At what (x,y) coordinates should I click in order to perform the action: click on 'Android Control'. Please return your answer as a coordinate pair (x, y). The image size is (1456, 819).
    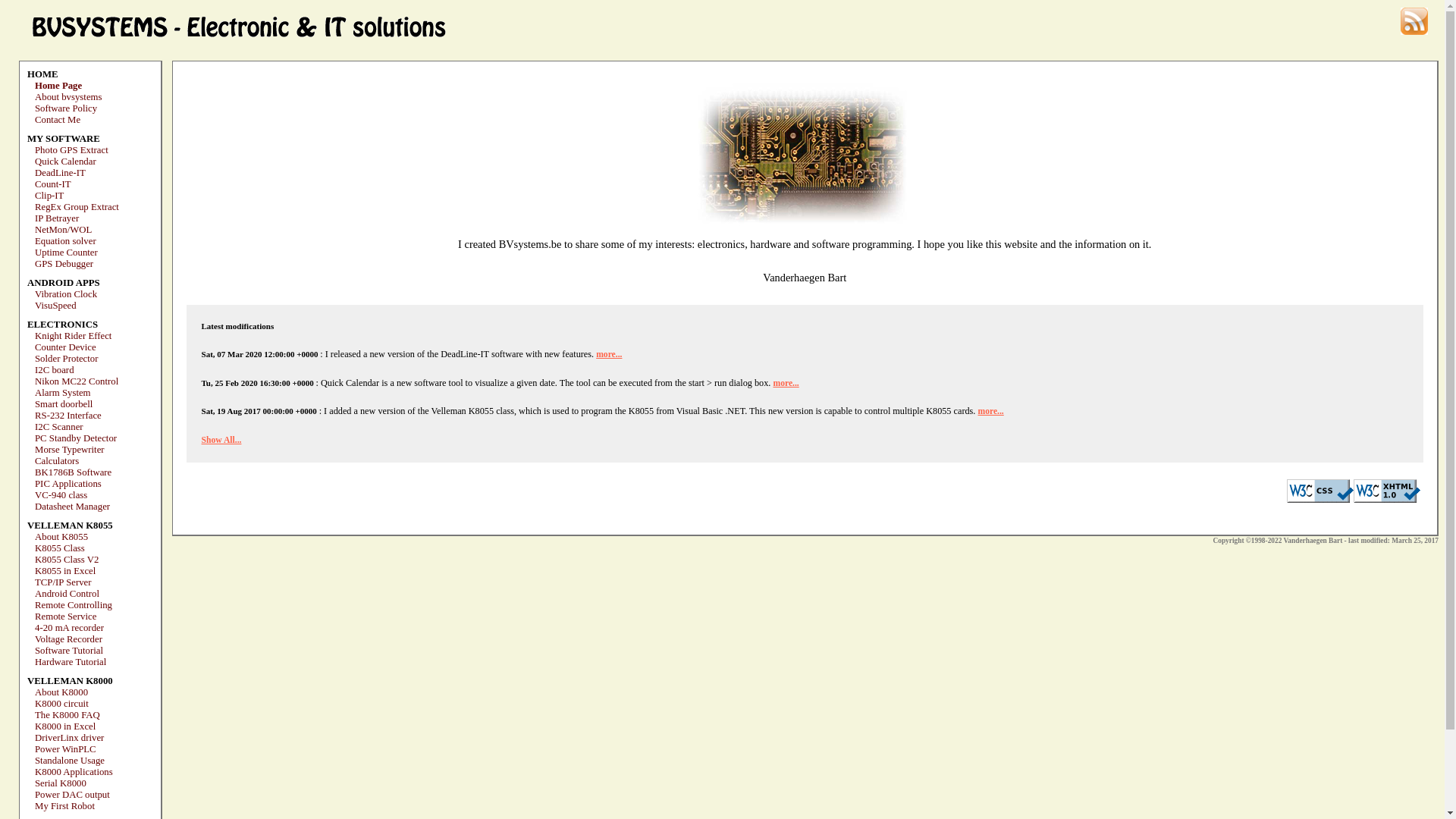
    Looking at the image, I should click on (66, 593).